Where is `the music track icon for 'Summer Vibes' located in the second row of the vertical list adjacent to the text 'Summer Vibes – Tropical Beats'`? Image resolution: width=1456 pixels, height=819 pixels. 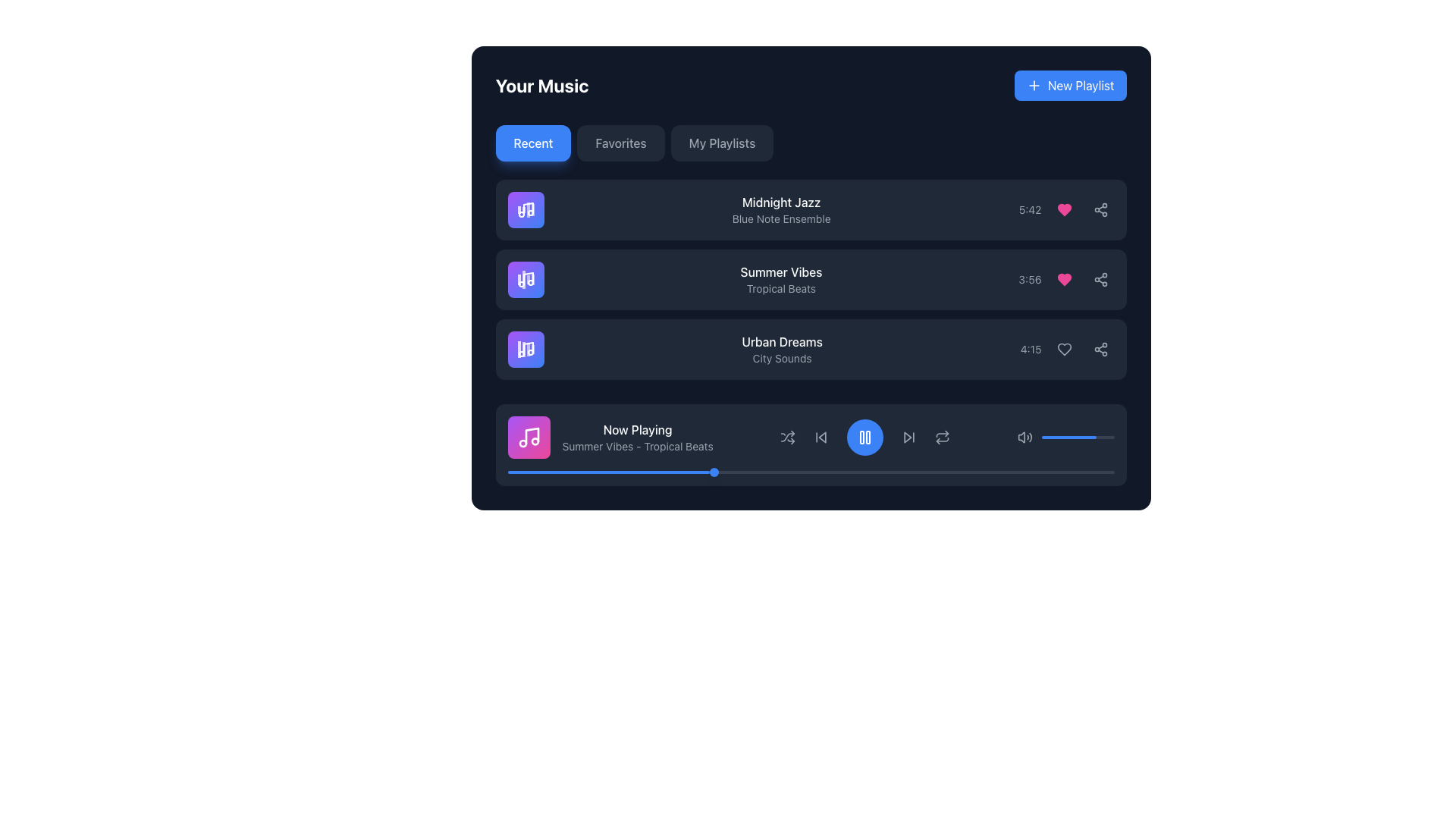 the music track icon for 'Summer Vibes' located in the second row of the vertical list adjacent to the text 'Summer Vibes – Tropical Beats' is located at coordinates (526, 280).